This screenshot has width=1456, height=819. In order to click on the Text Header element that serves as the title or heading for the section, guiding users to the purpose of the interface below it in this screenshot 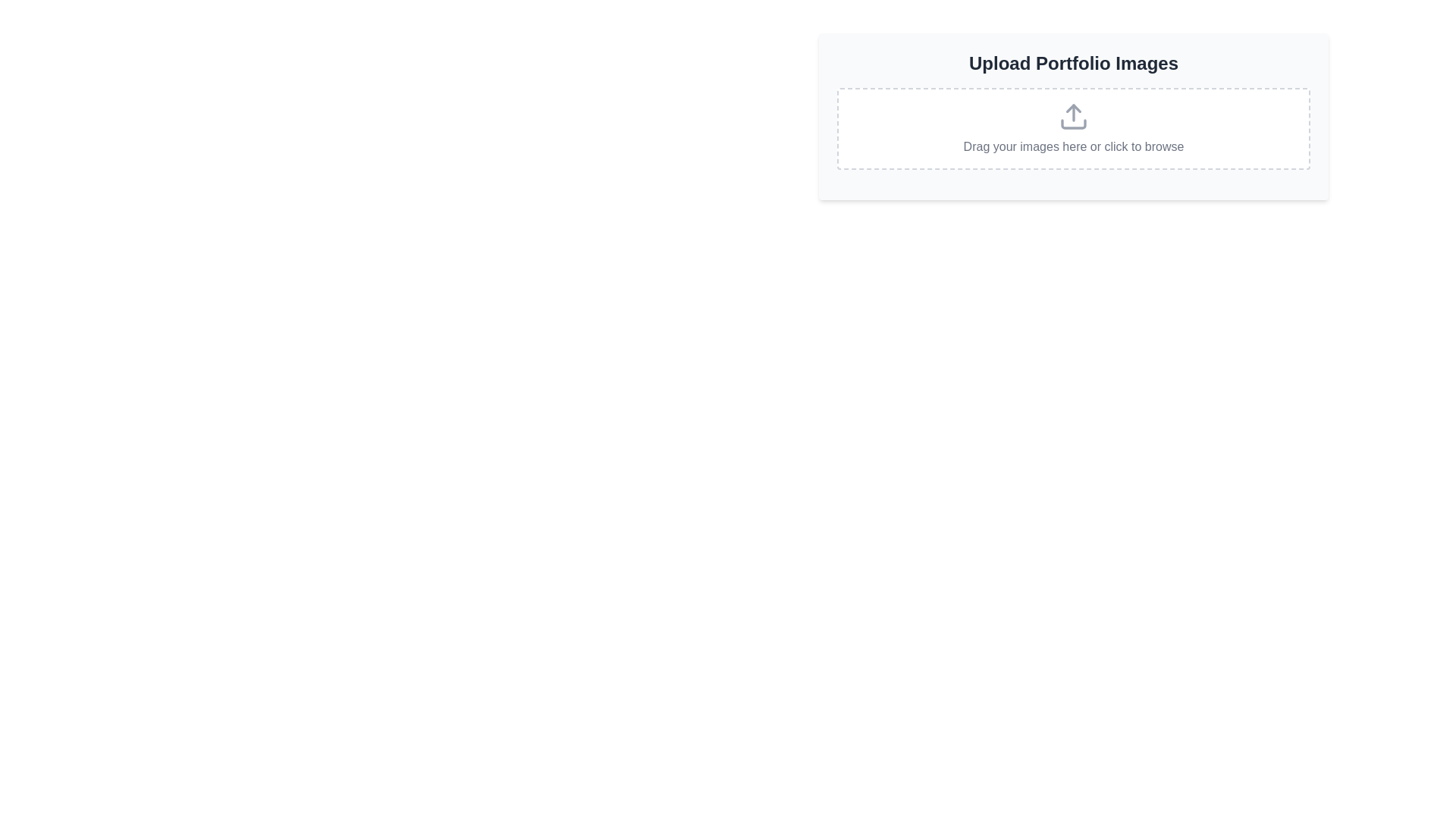, I will do `click(1073, 63)`.